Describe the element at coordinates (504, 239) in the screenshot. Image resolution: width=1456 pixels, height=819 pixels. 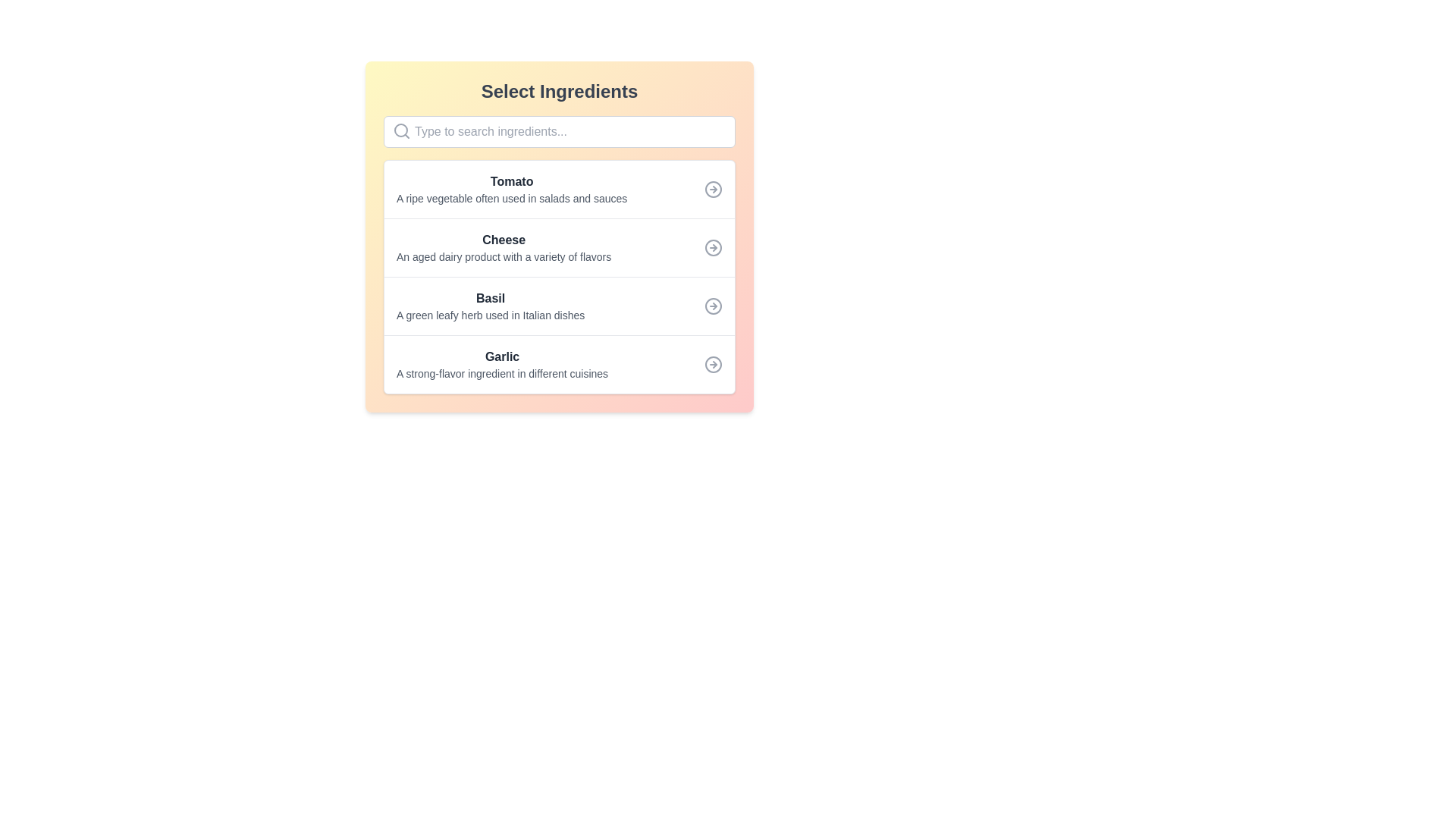
I see `the text label displaying 'Cheese', which is styled in bold dark gray and is the second entry in the list of ingredients between 'Tomato' and 'Basil'` at that location.